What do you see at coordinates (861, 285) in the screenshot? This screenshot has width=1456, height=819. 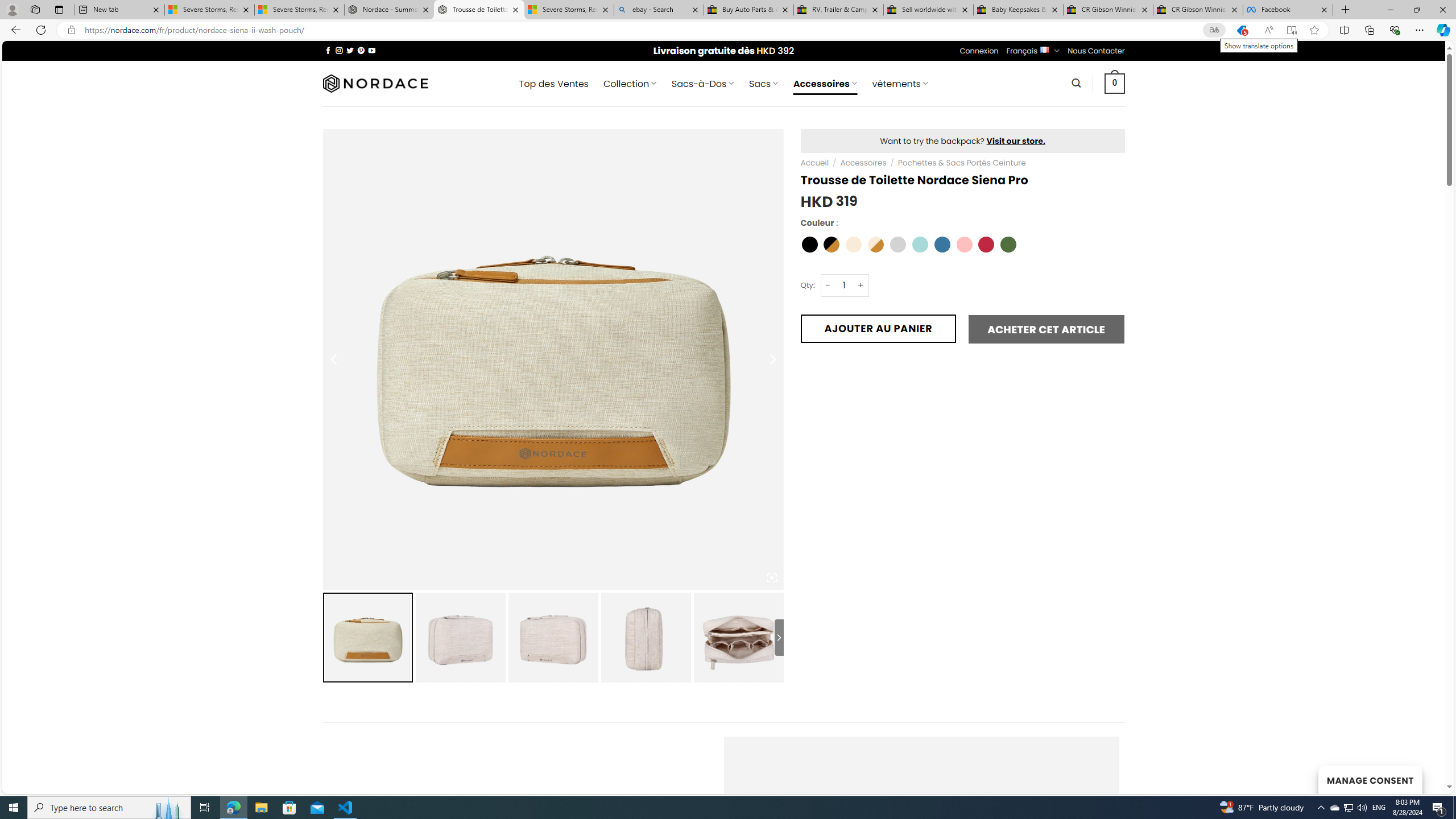 I see `'+'` at bounding box center [861, 285].